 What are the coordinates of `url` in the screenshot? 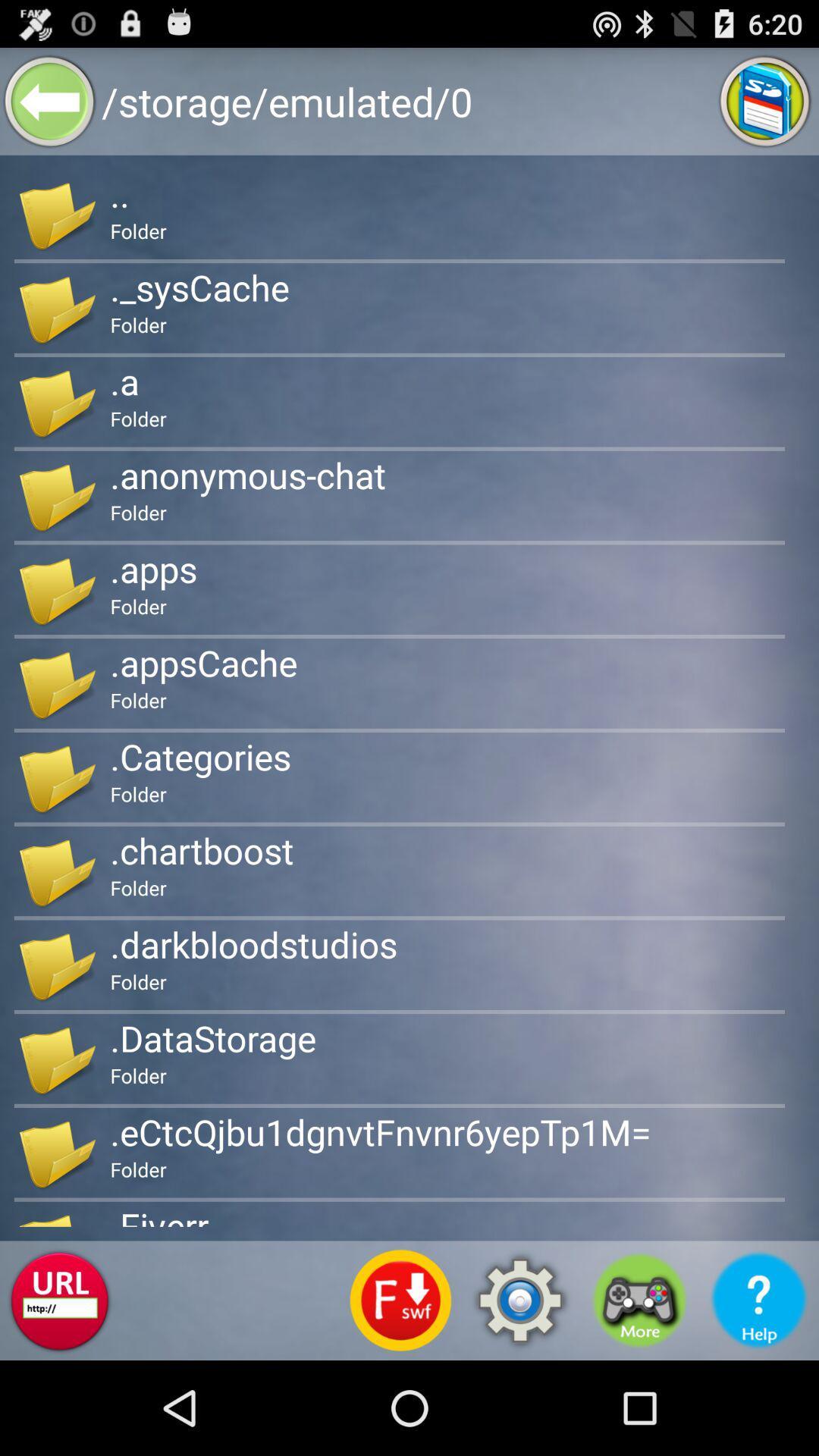 It's located at (58, 1300).